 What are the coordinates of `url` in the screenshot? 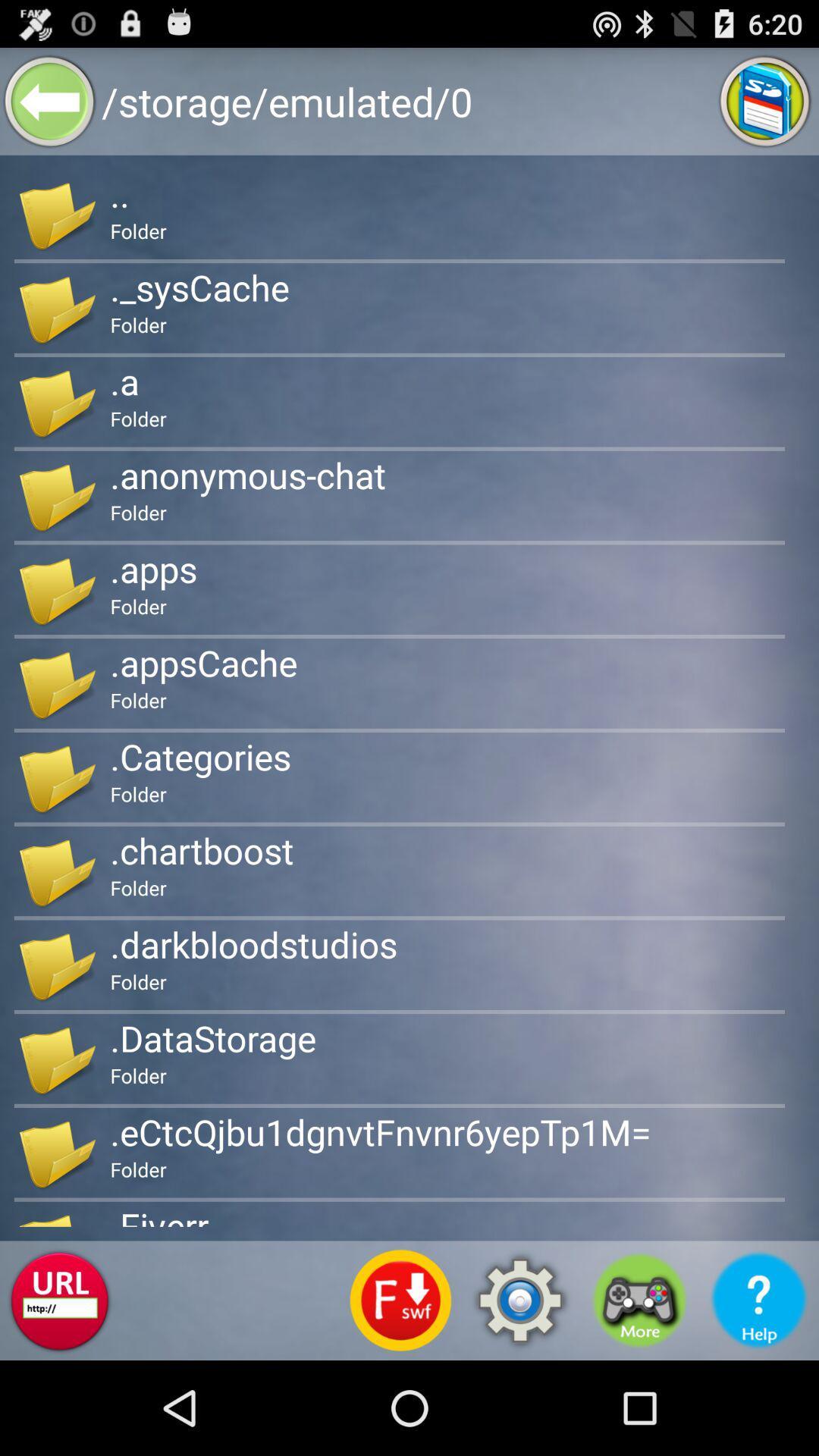 It's located at (58, 1300).